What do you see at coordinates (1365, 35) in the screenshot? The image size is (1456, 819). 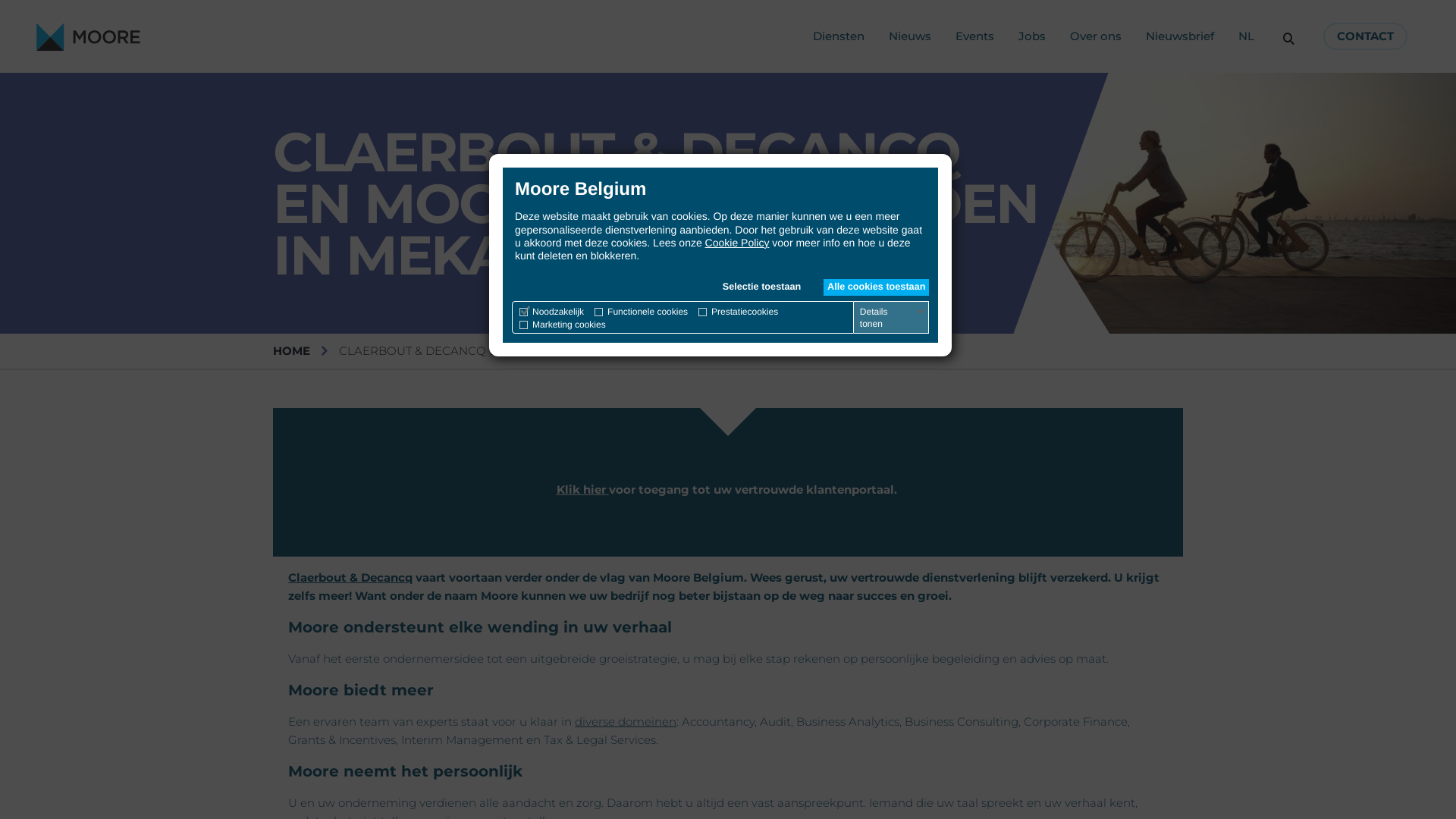 I see `'CONTACT'` at bounding box center [1365, 35].